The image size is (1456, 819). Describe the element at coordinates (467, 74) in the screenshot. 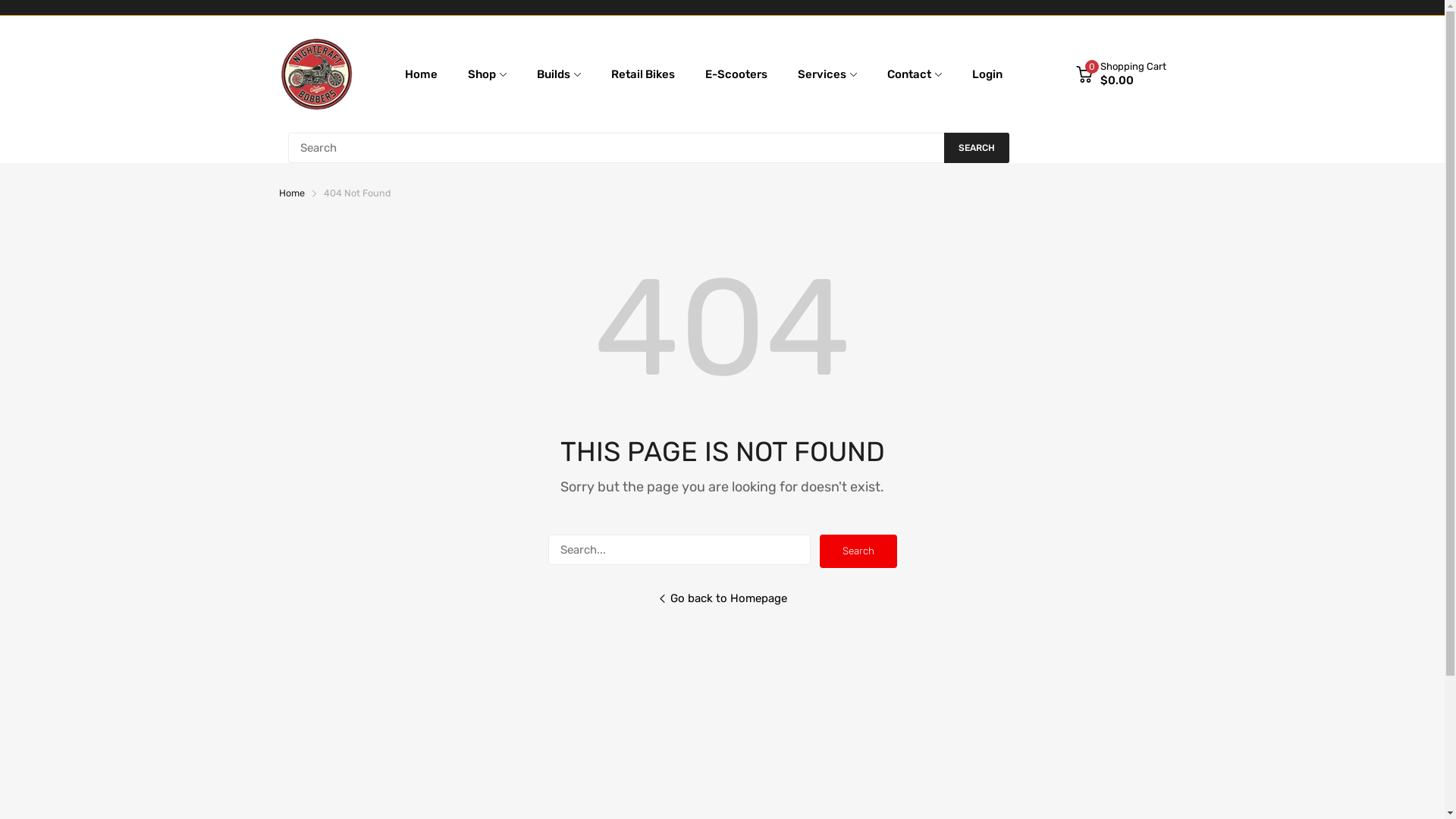

I see `'Shop'` at that location.